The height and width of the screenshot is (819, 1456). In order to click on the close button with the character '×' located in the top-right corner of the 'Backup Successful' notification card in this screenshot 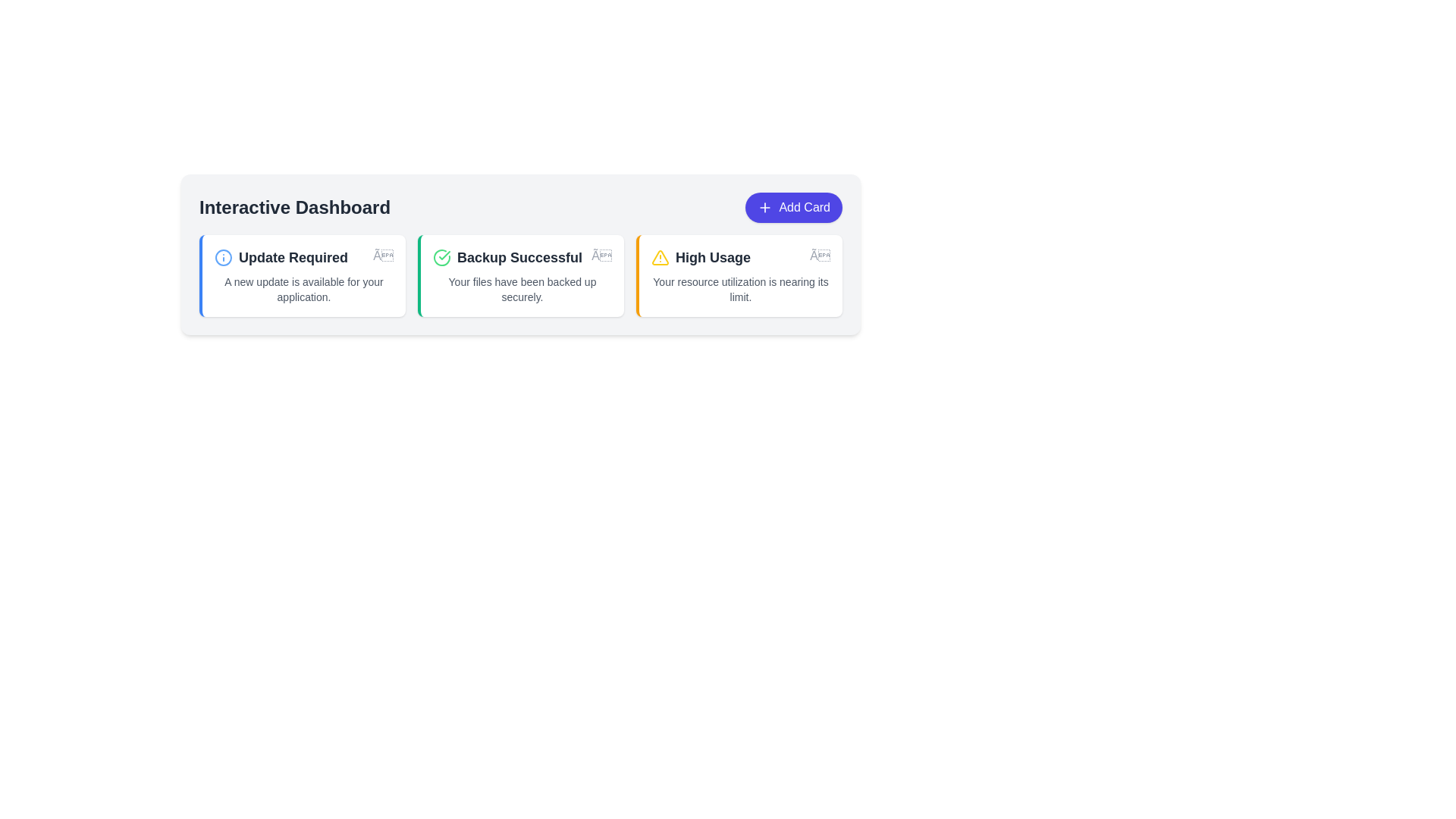, I will do `click(601, 256)`.